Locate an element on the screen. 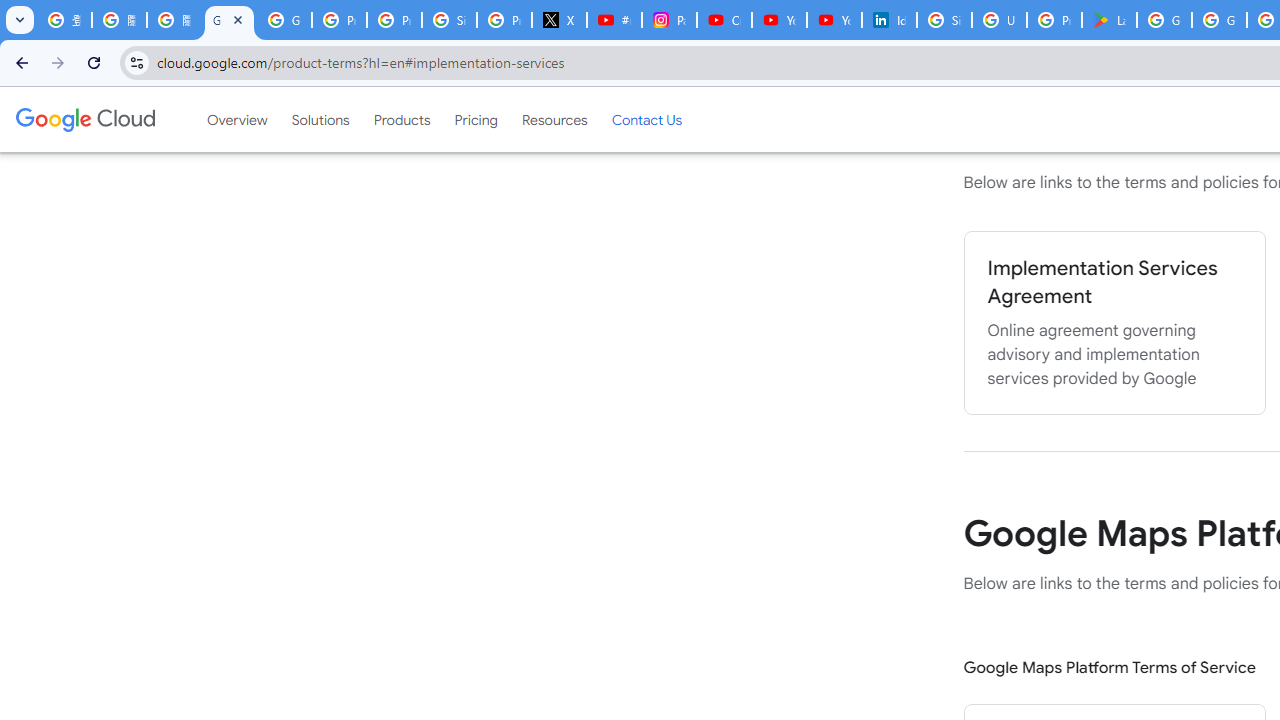 This screenshot has height=720, width=1280. '#nbabasketballhighlights - YouTube' is located at coordinates (614, 20).